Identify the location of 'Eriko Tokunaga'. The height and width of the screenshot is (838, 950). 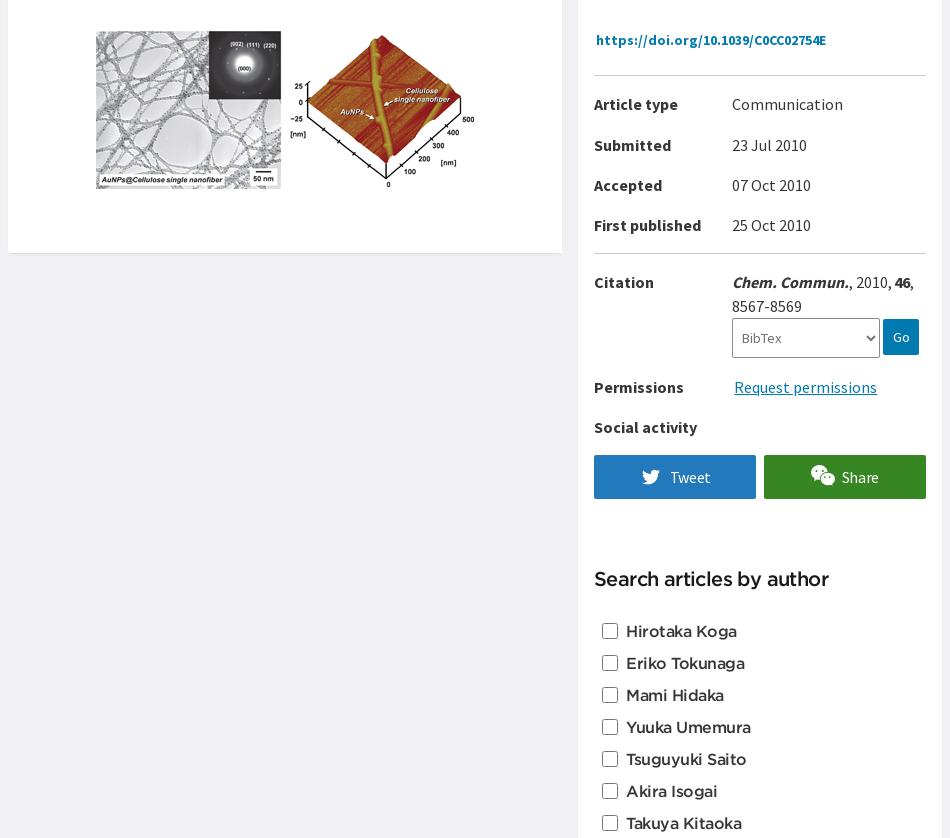
(685, 662).